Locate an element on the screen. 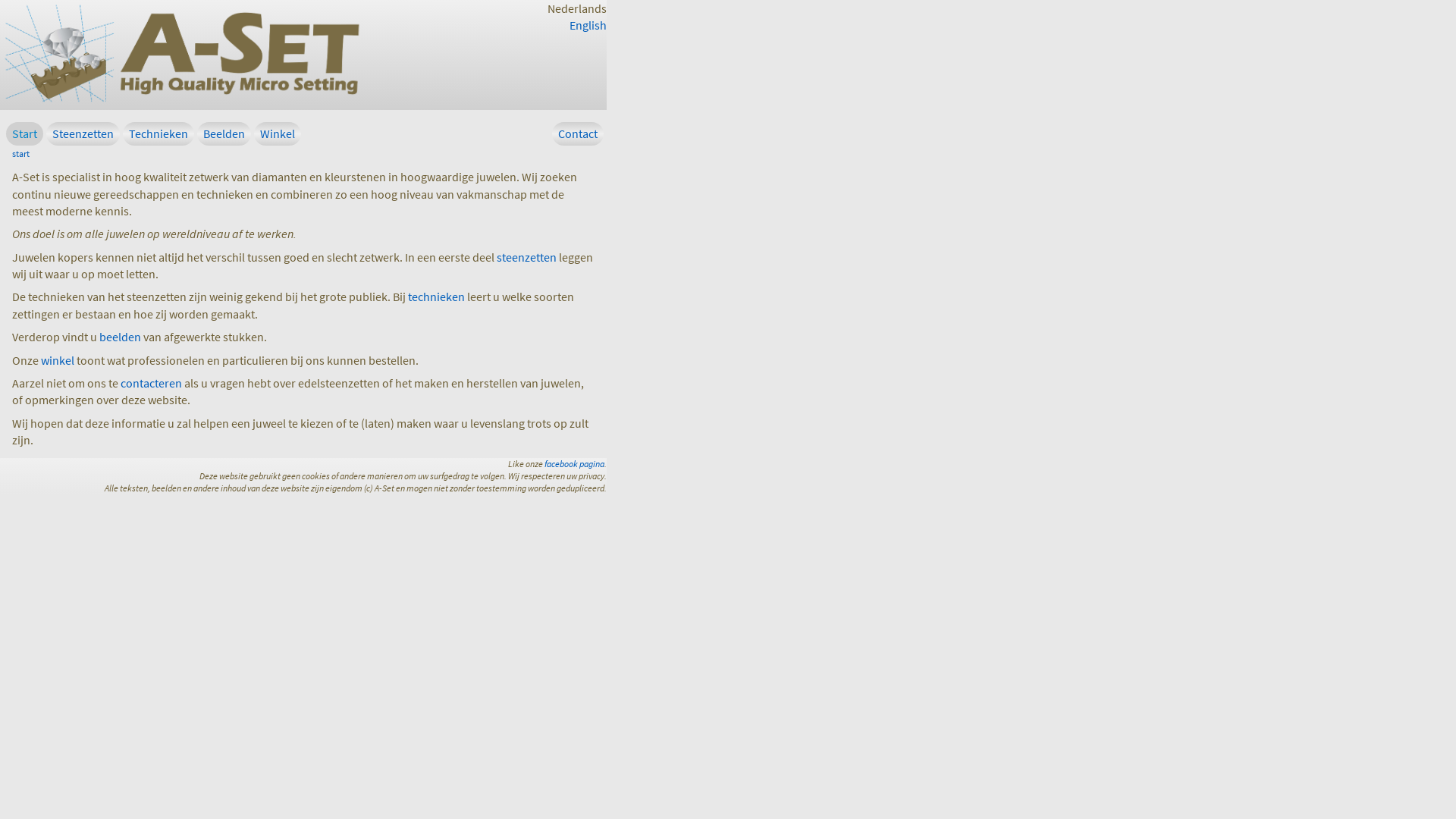  'Start' is located at coordinates (24, 133).